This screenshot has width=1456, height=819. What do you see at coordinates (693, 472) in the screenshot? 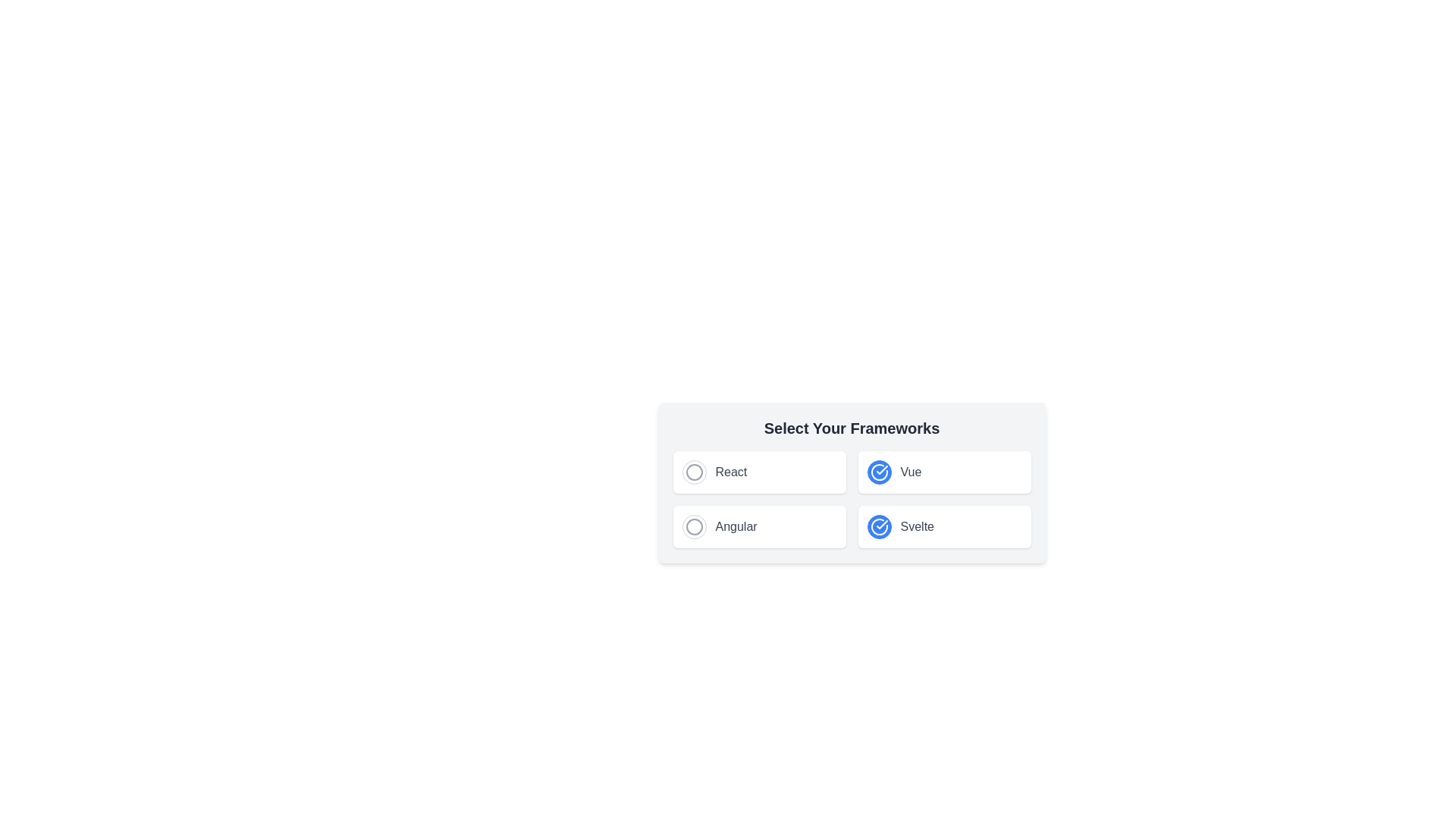
I see `the checkbox or radio button visual indicator located to the left of the text label 'React' in the 'Select Your Frameworks' section` at bounding box center [693, 472].